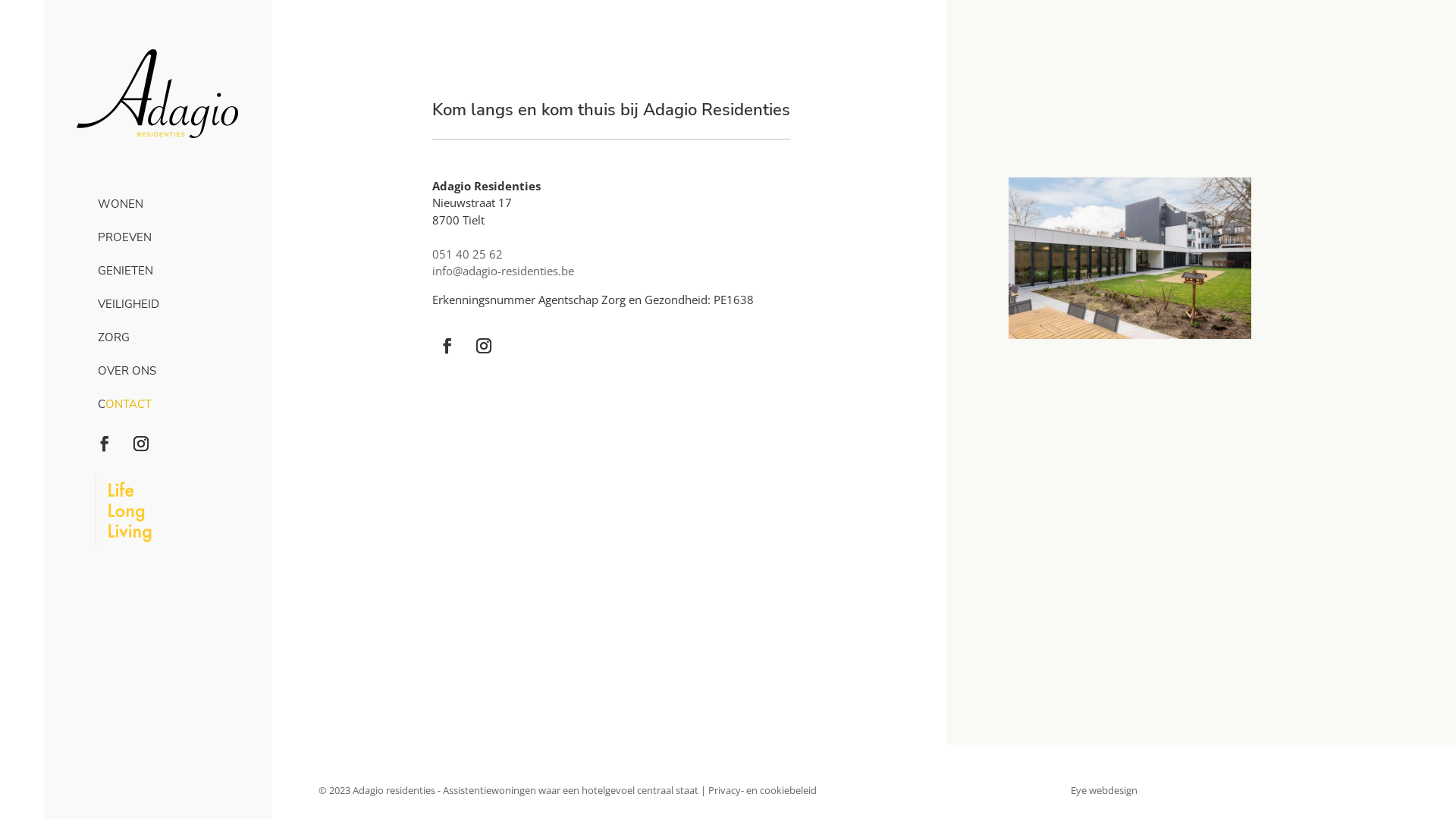 This screenshot has height=819, width=1456. Describe the element at coordinates (157, 203) in the screenshot. I see `'WONEN'` at that location.